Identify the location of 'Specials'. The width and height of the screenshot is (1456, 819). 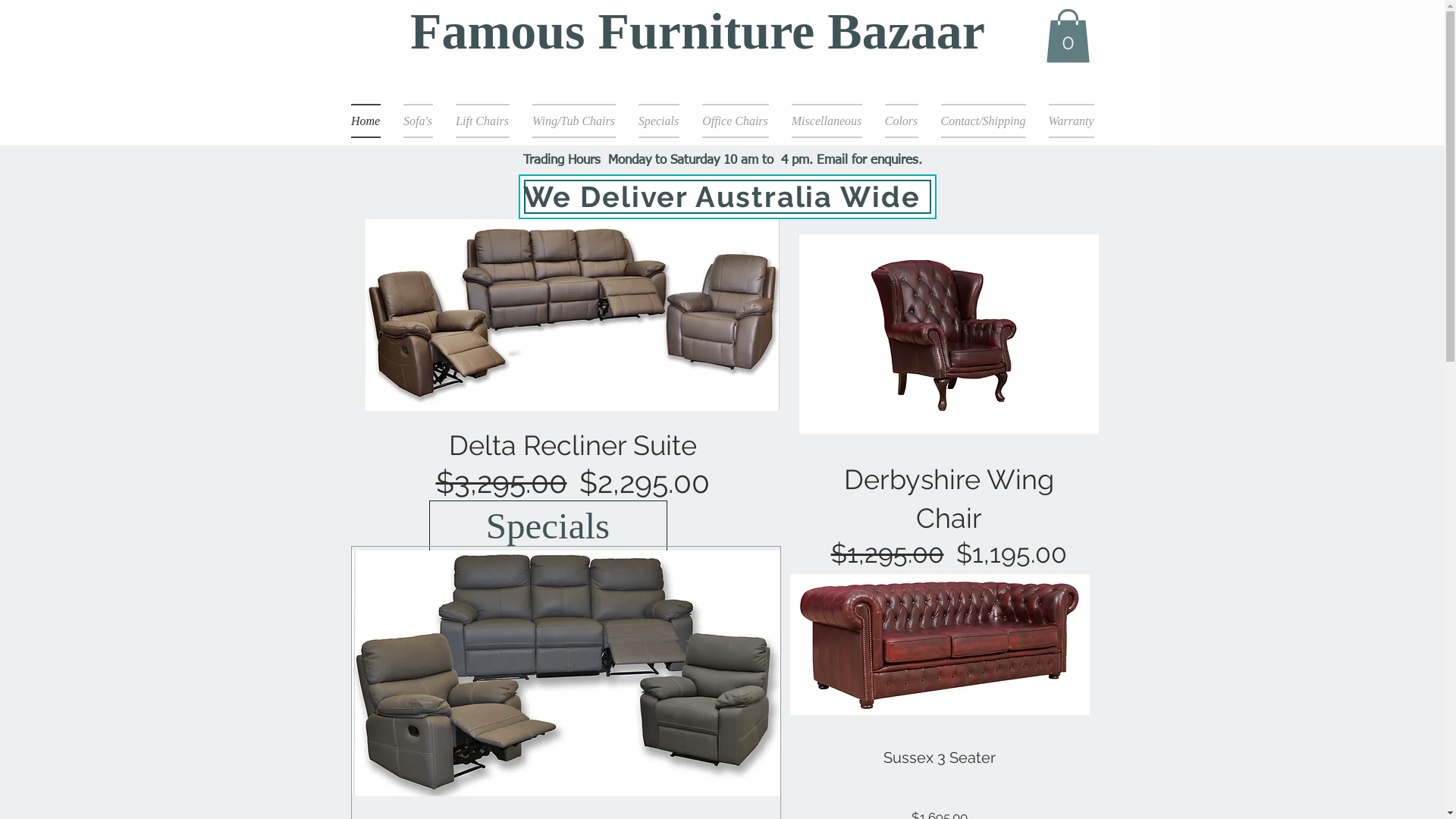
(548, 526).